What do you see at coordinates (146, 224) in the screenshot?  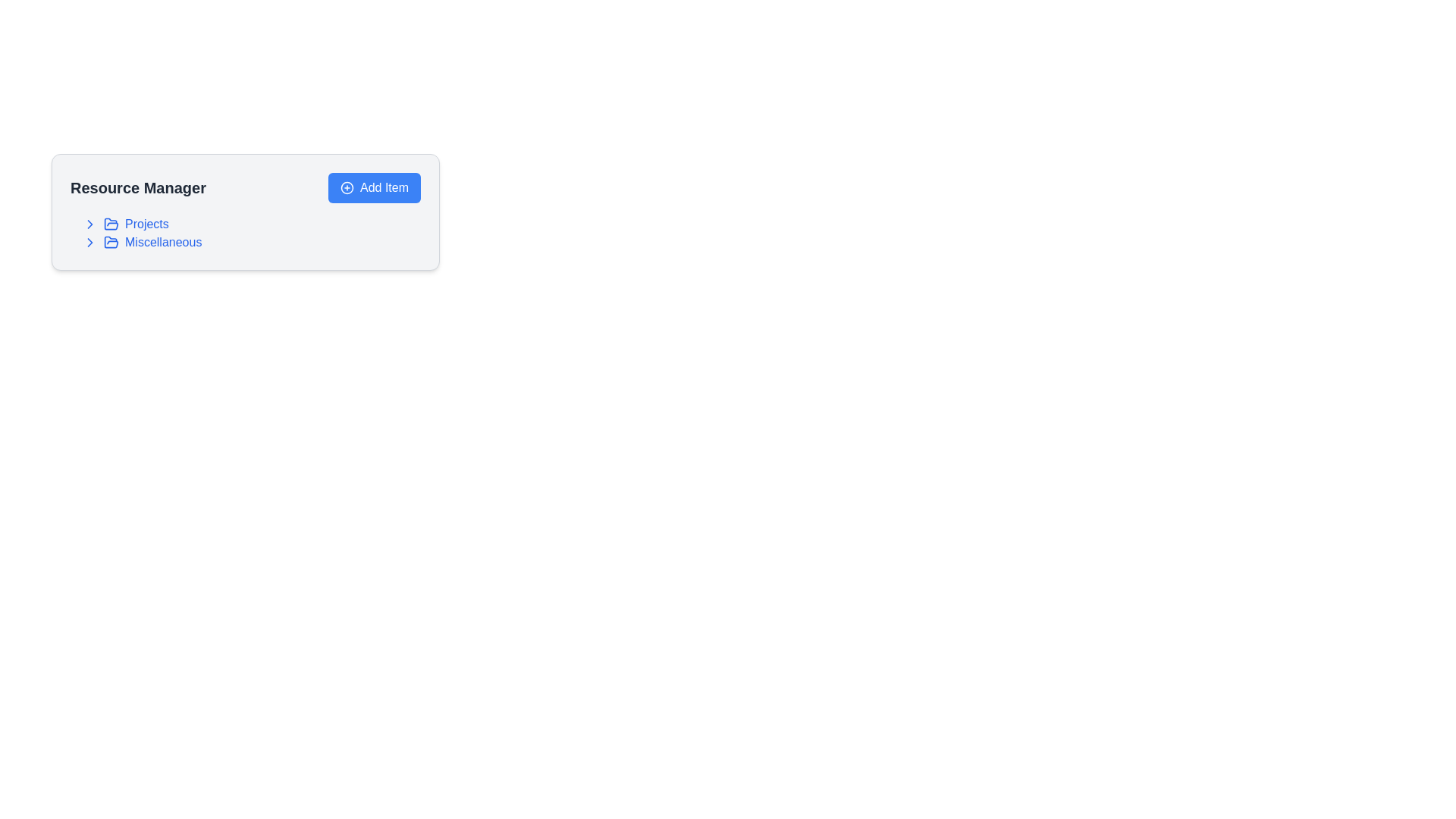 I see `the clickable text label for 'Projects' located in the Resource Manager menu` at bounding box center [146, 224].